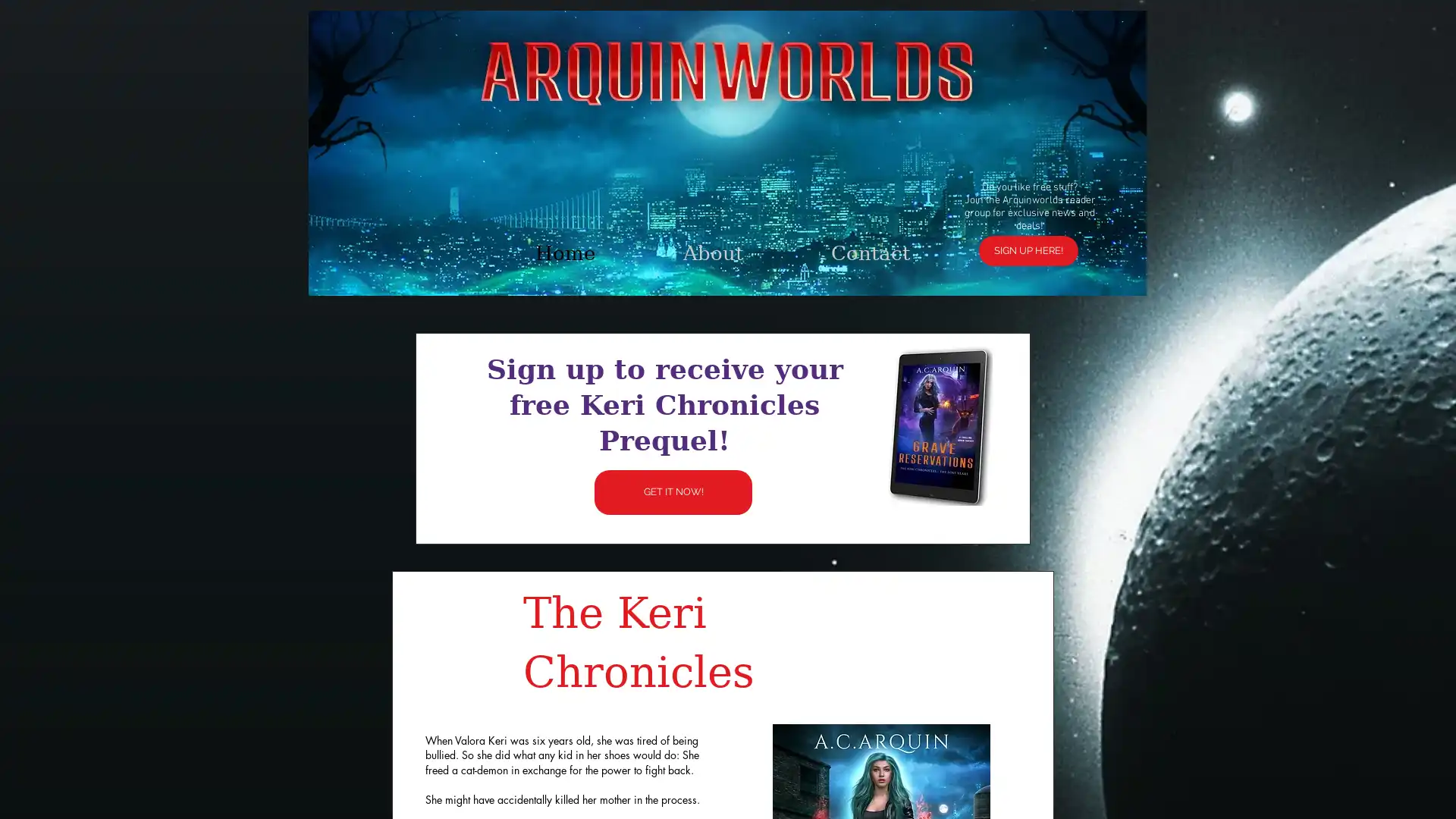 This screenshot has width=1456, height=819. Describe the element at coordinates (952, 228) in the screenshot. I see `Back to site` at that location.